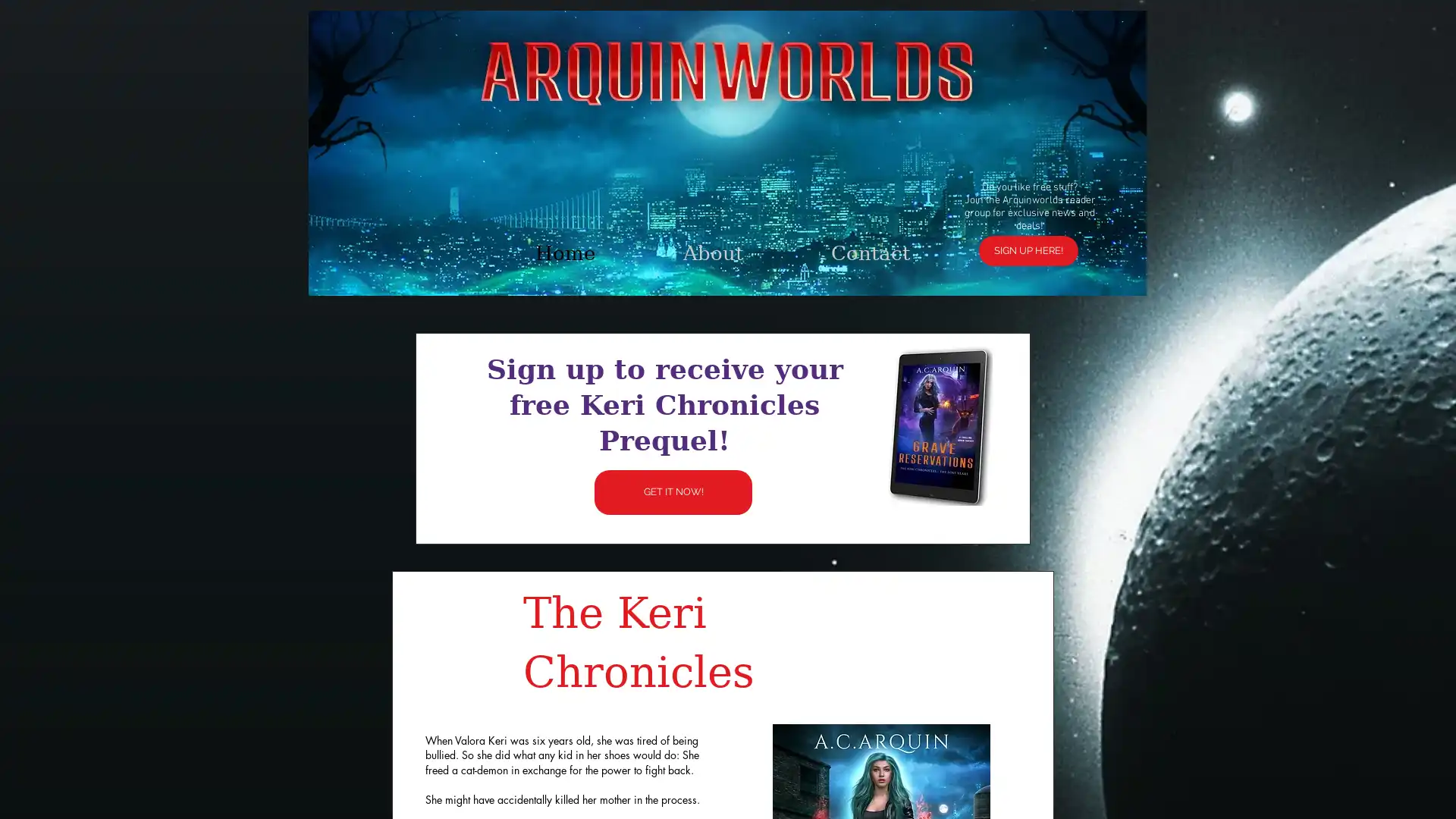 This screenshot has width=1456, height=819. Describe the element at coordinates (952, 228) in the screenshot. I see `Back to site` at that location.